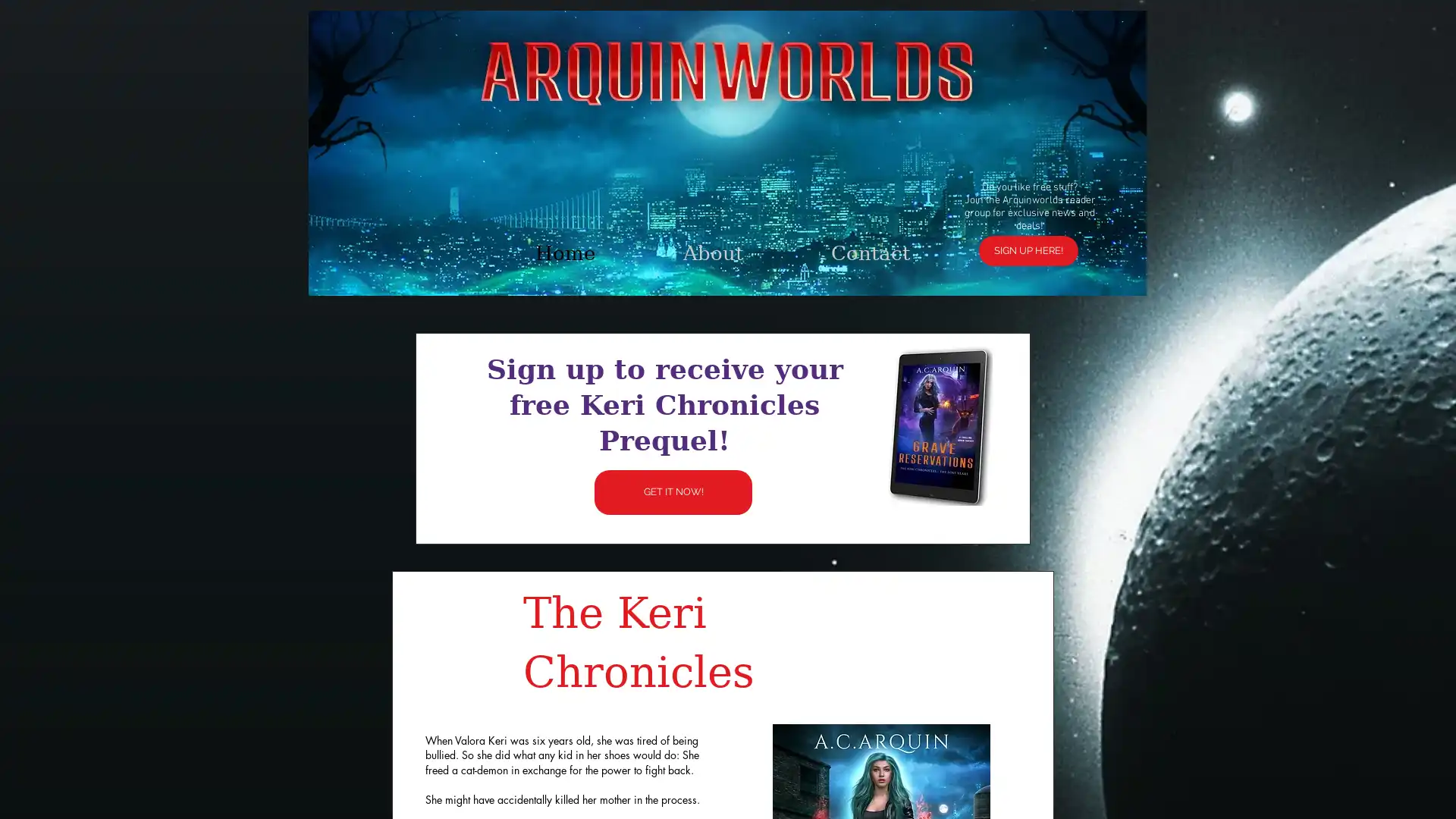 This screenshot has width=1456, height=819. Describe the element at coordinates (952, 228) in the screenshot. I see `Back to site` at that location.